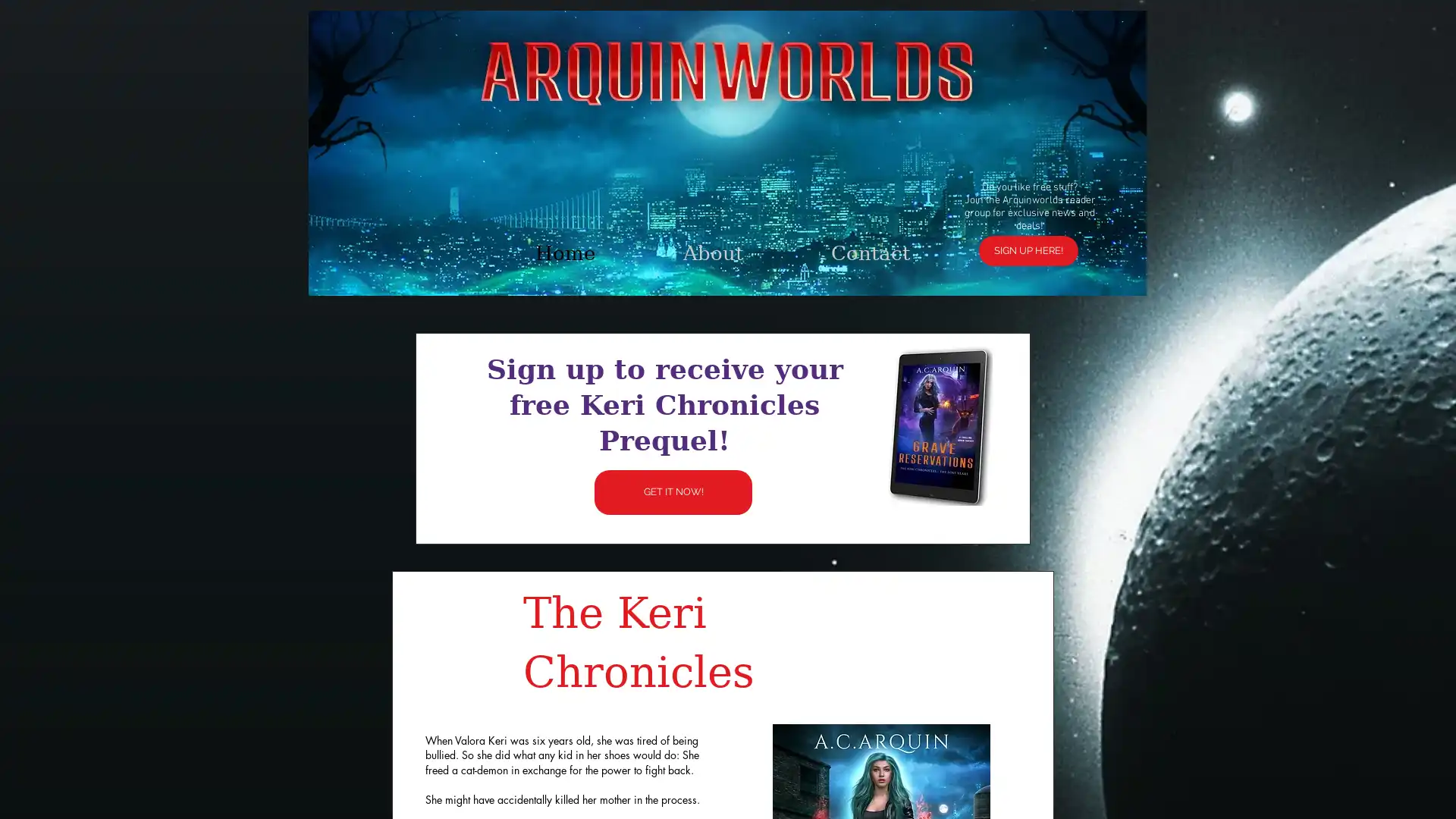 This screenshot has width=1456, height=819. Describe the element at coordinates (952, 228) in the screenshot. I see `Back to site` at that location.